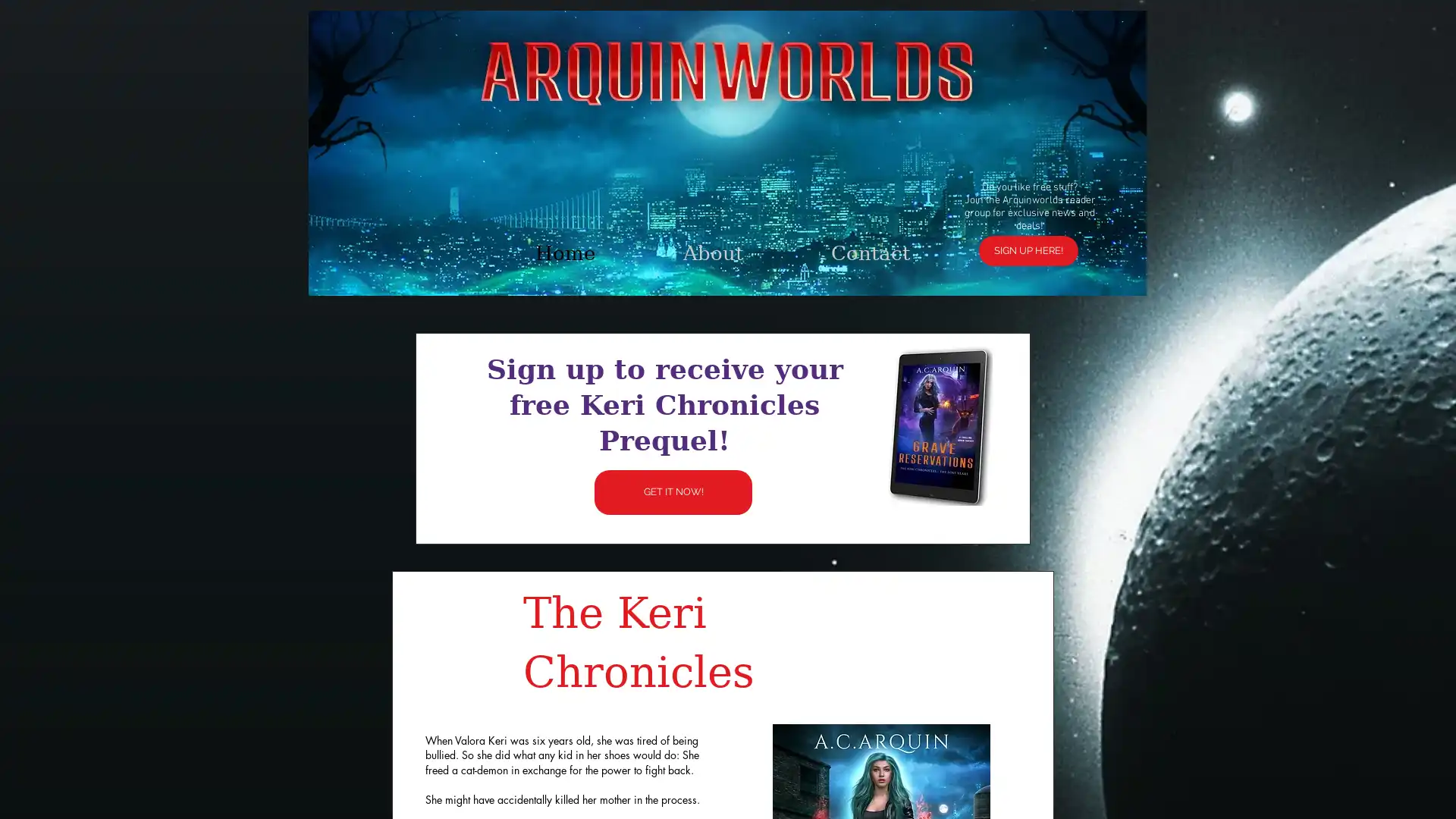 This screenshot has width=1456, height=819. Describe the element at coordinates (952, 228) in the screenshot. I see `Back to site` at that location.